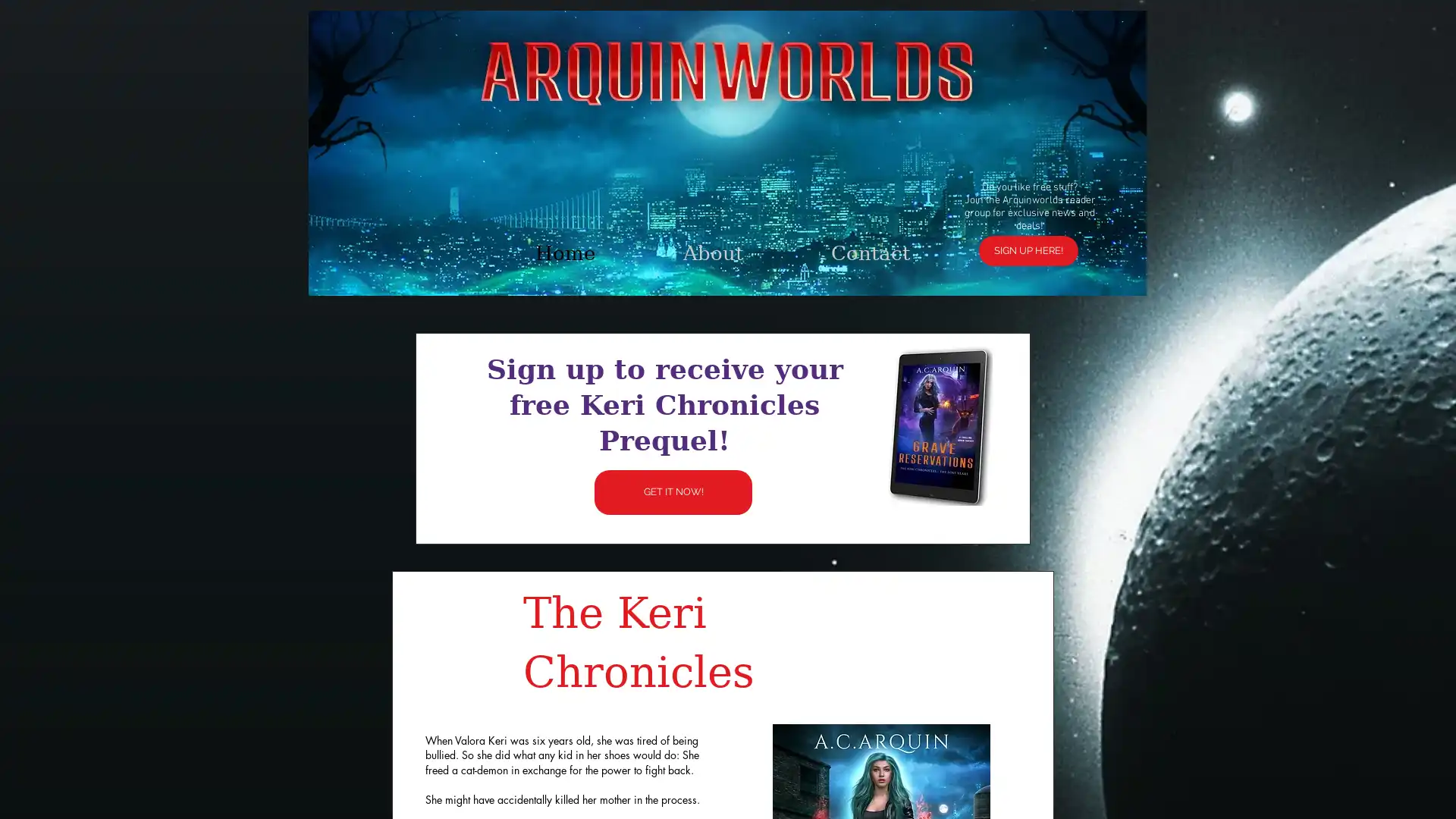 This screenshot has width=1456, height=819. Describe the element at coordinates (952, 228) in the screenshot. I see `Back to site` at that location.